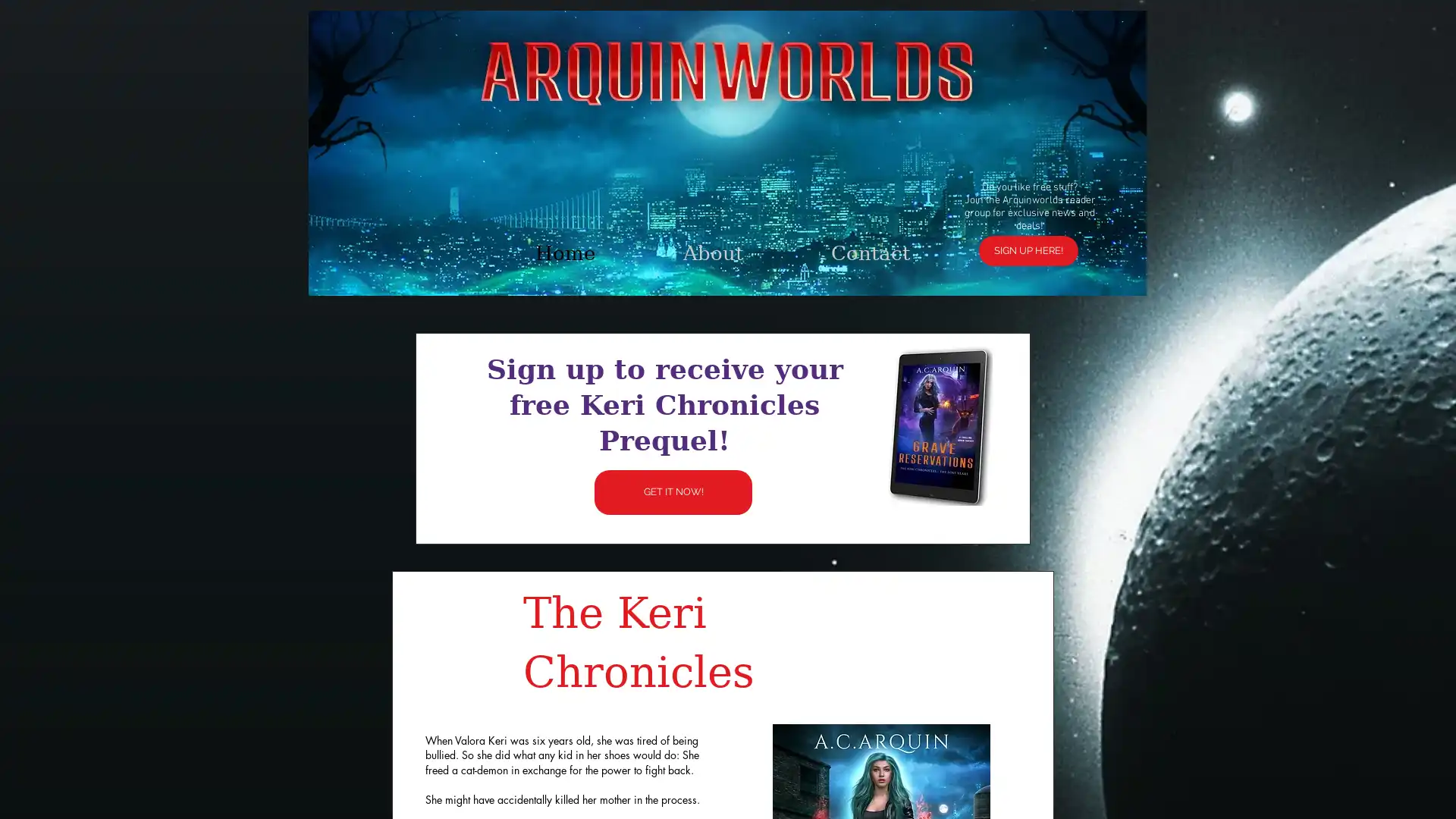 This screenshot has width=1456, height=819. Describe the element at coordinates (952, 228) in the screenshot. I see `Back to site` at that location.